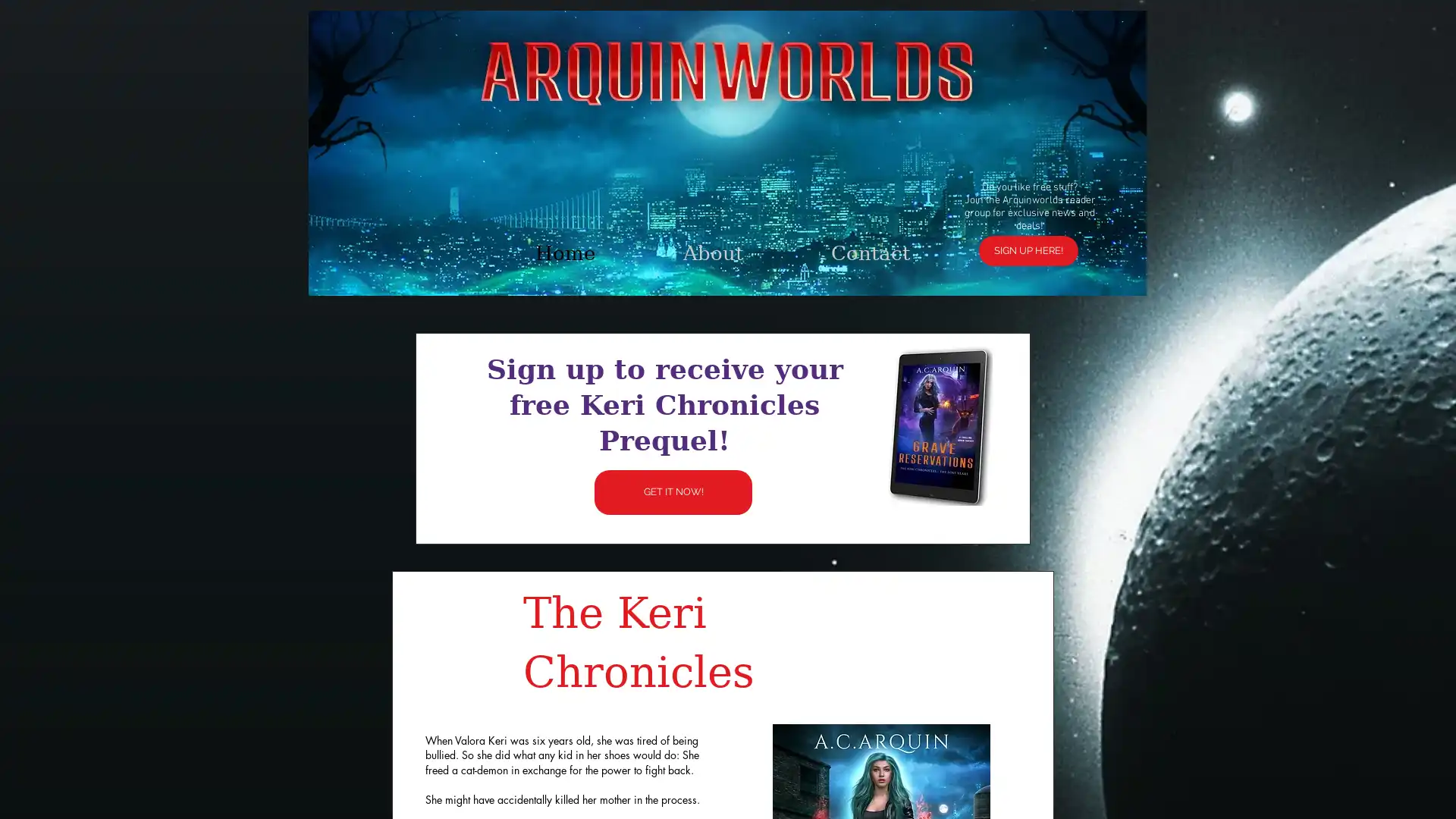 This screenshot has width=1456, height=819. Describe the element at coordinates (952, 228) in the screenshot. I see `Back to site` at that location.